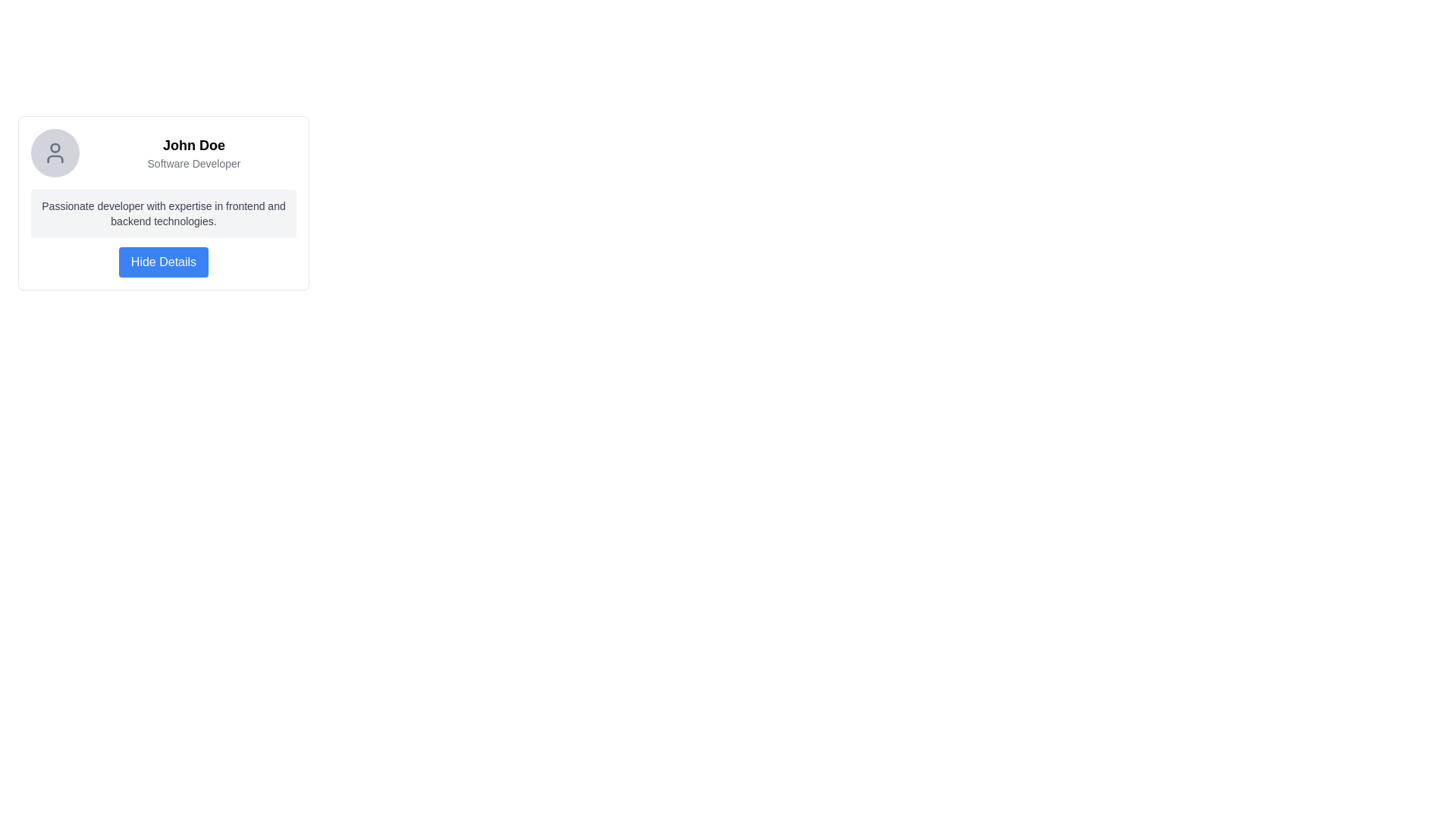  I want to click on the Text Block containing the name 'John Doe' and job title 'Software Developer' by moving the cursor to its center point, so click(193, 152).